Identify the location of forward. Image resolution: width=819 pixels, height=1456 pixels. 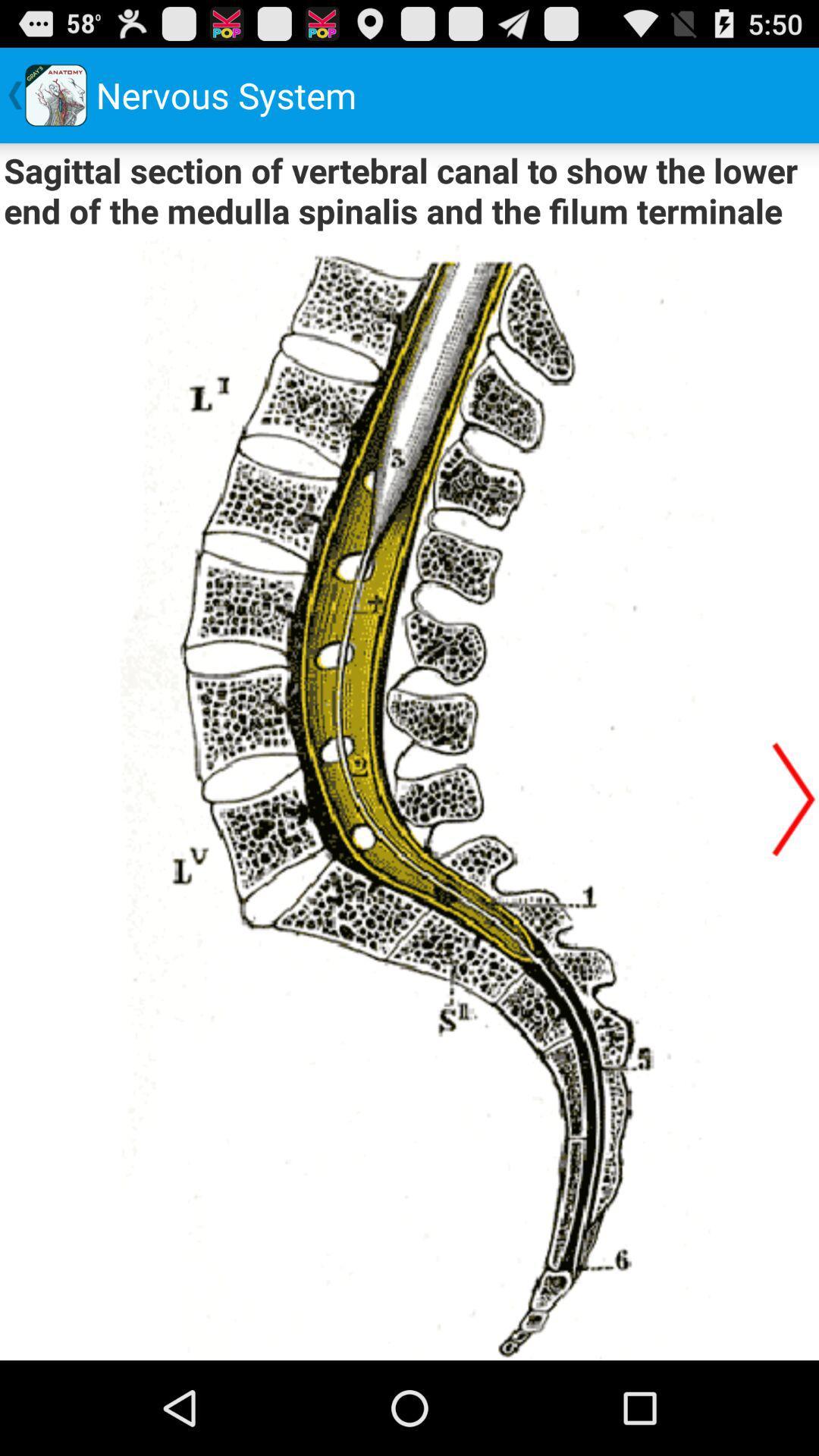
(792, 798).